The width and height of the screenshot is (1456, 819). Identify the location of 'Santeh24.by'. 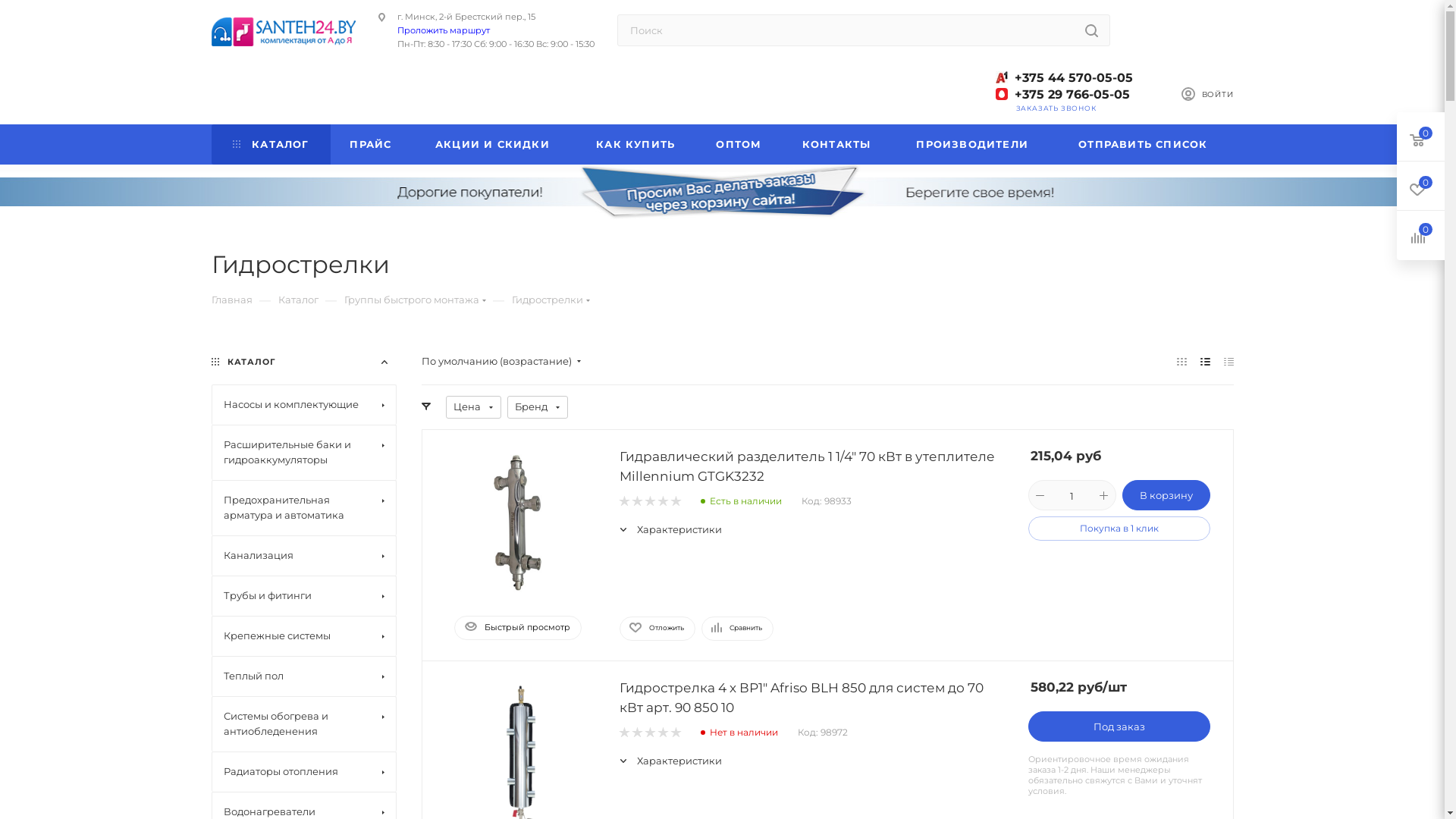
(210, 32).